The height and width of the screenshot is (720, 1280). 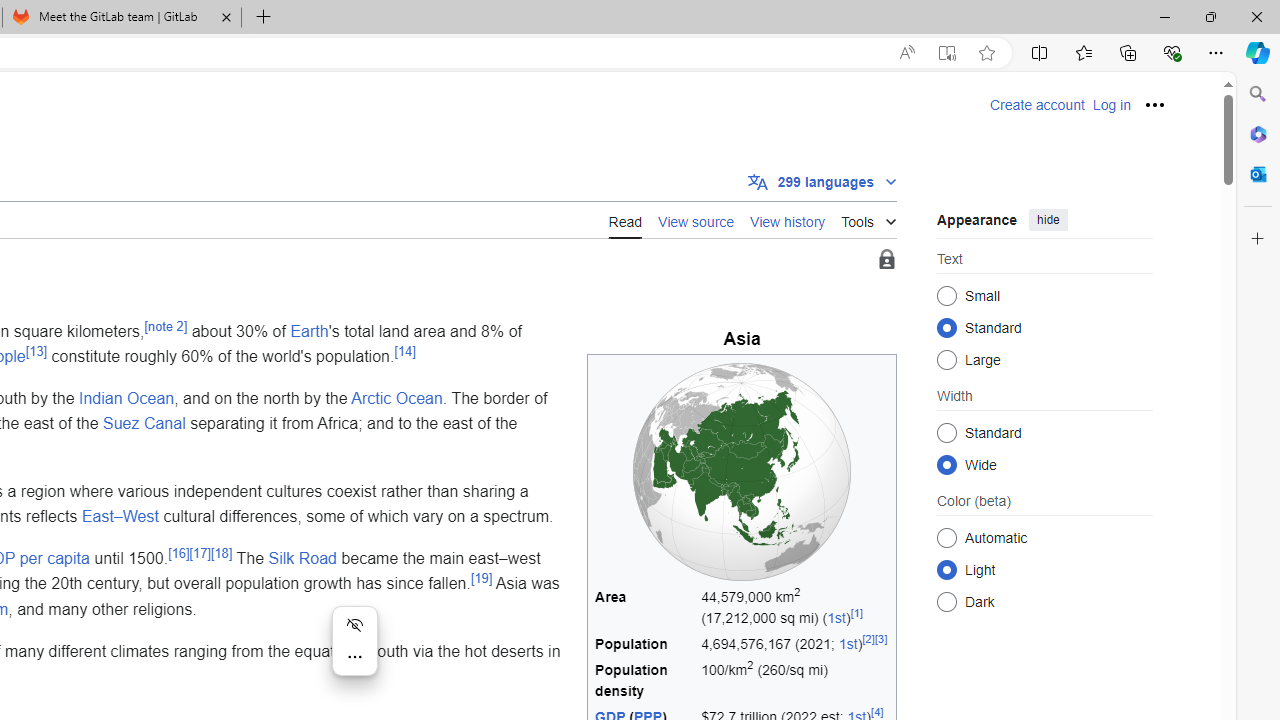 I want to click on 'Standard', so click(x=946, y=431).